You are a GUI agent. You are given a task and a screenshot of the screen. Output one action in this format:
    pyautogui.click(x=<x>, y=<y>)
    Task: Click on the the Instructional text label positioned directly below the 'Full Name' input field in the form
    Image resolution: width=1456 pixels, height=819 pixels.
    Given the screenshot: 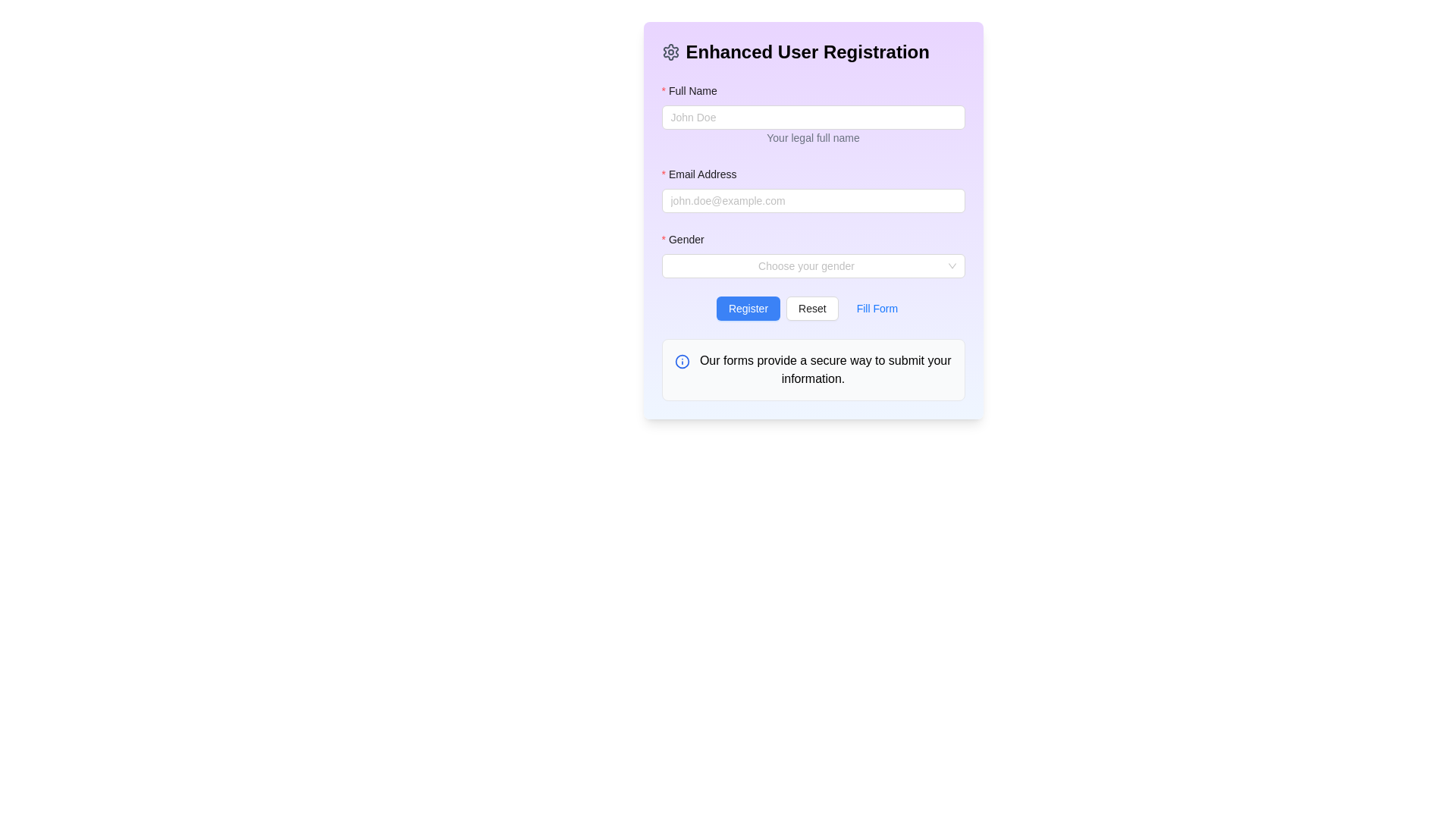 What is the action you would take?
    pyautogui.click(x=812, y=125)
    